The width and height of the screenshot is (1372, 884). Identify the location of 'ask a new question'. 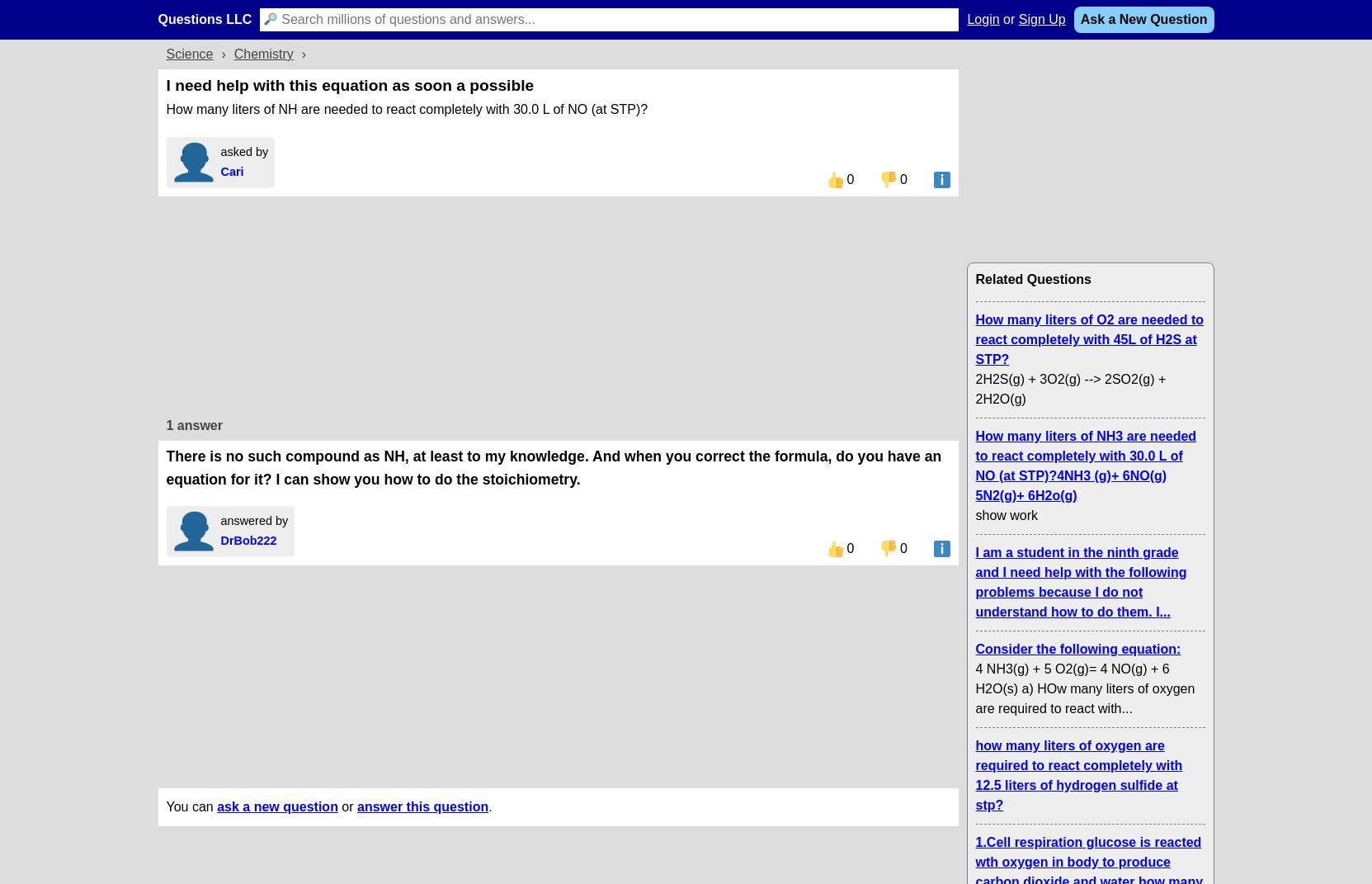
(276, 805).